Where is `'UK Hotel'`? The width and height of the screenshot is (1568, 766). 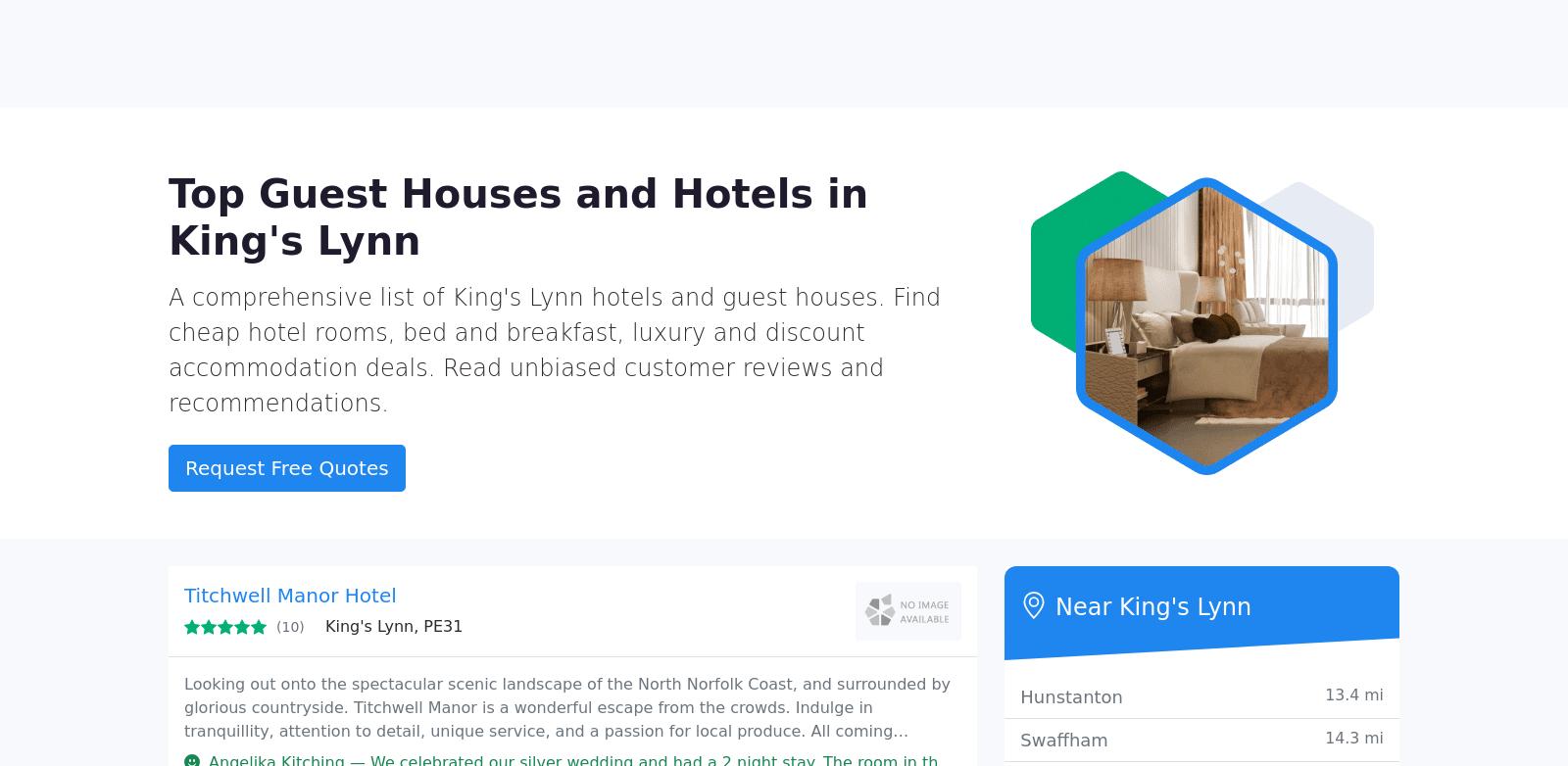
'UK Hotel' is located at coordinates (267, 68).